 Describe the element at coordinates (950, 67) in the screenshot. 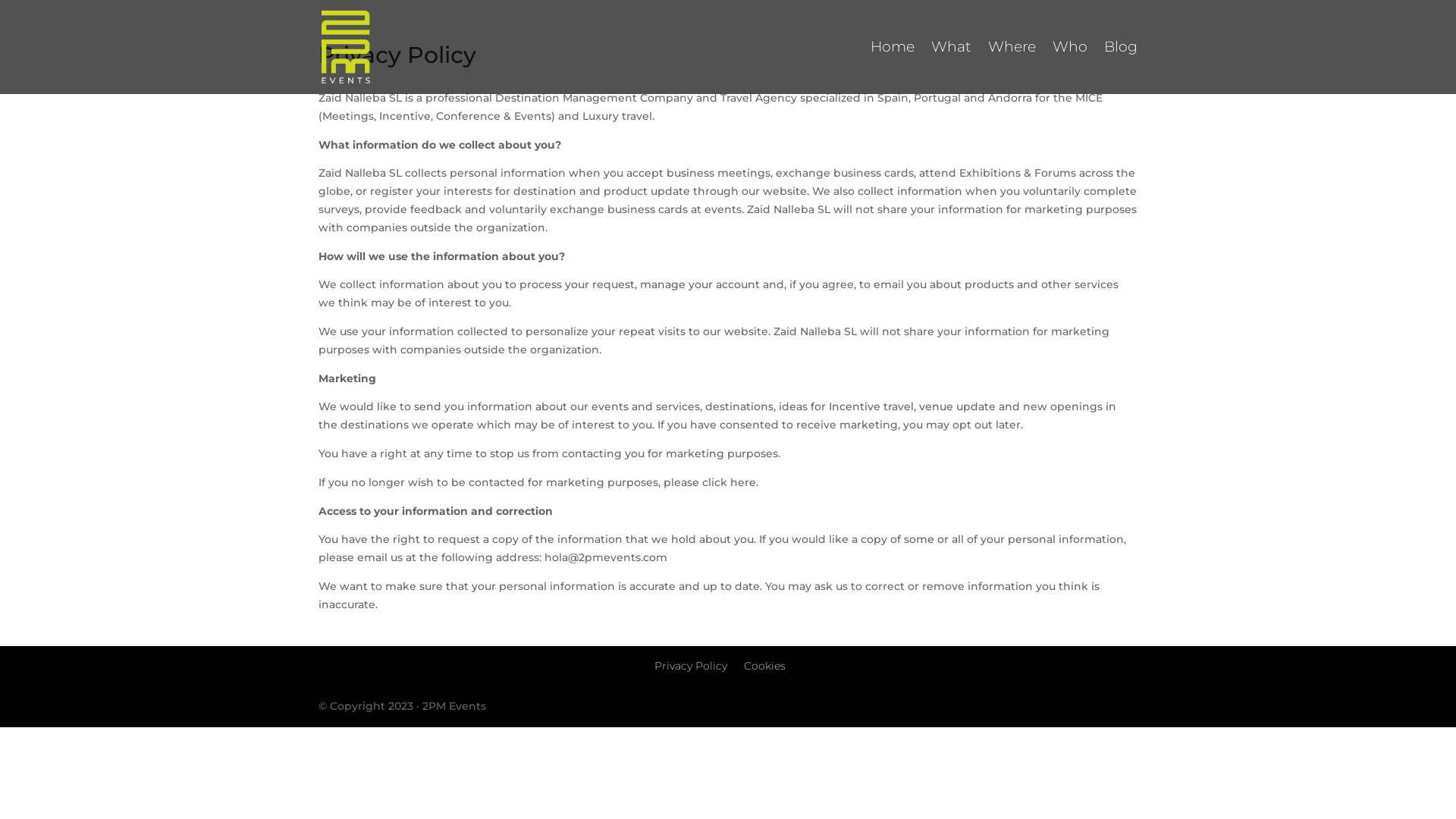

I see `'What'` at that location.